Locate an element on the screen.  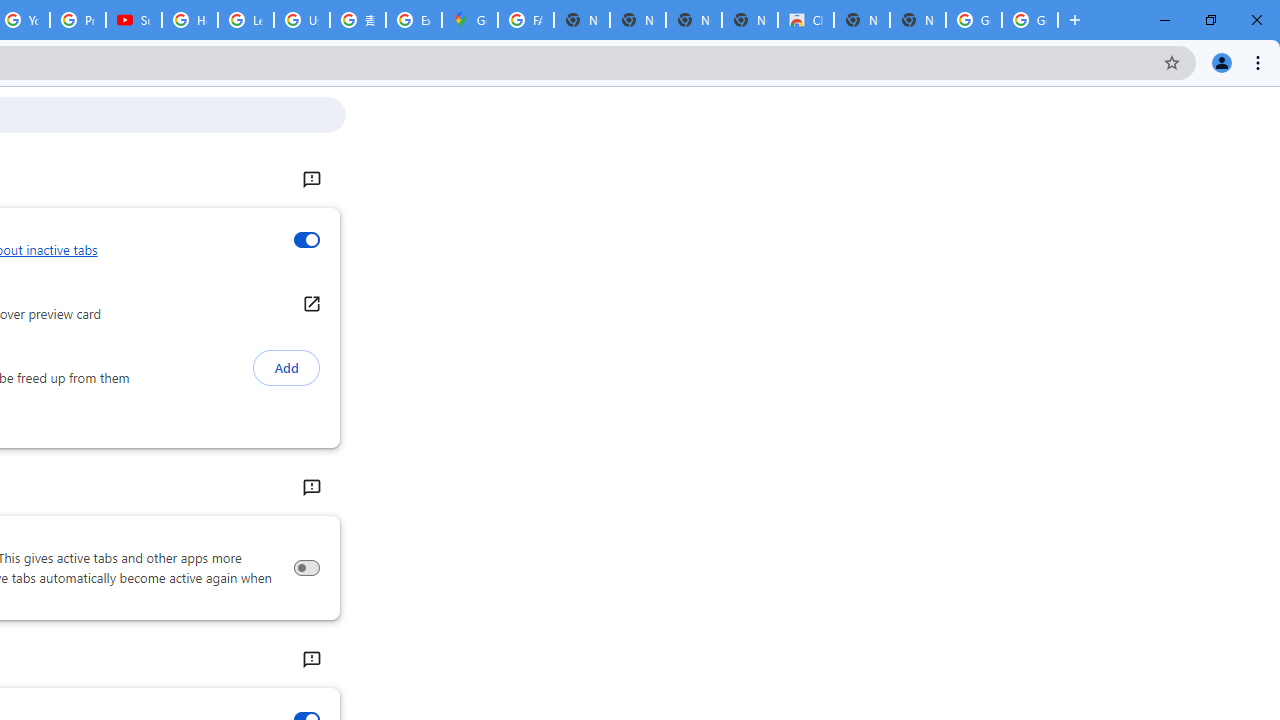
'Google Maps' is located at coordinates (468, 20).